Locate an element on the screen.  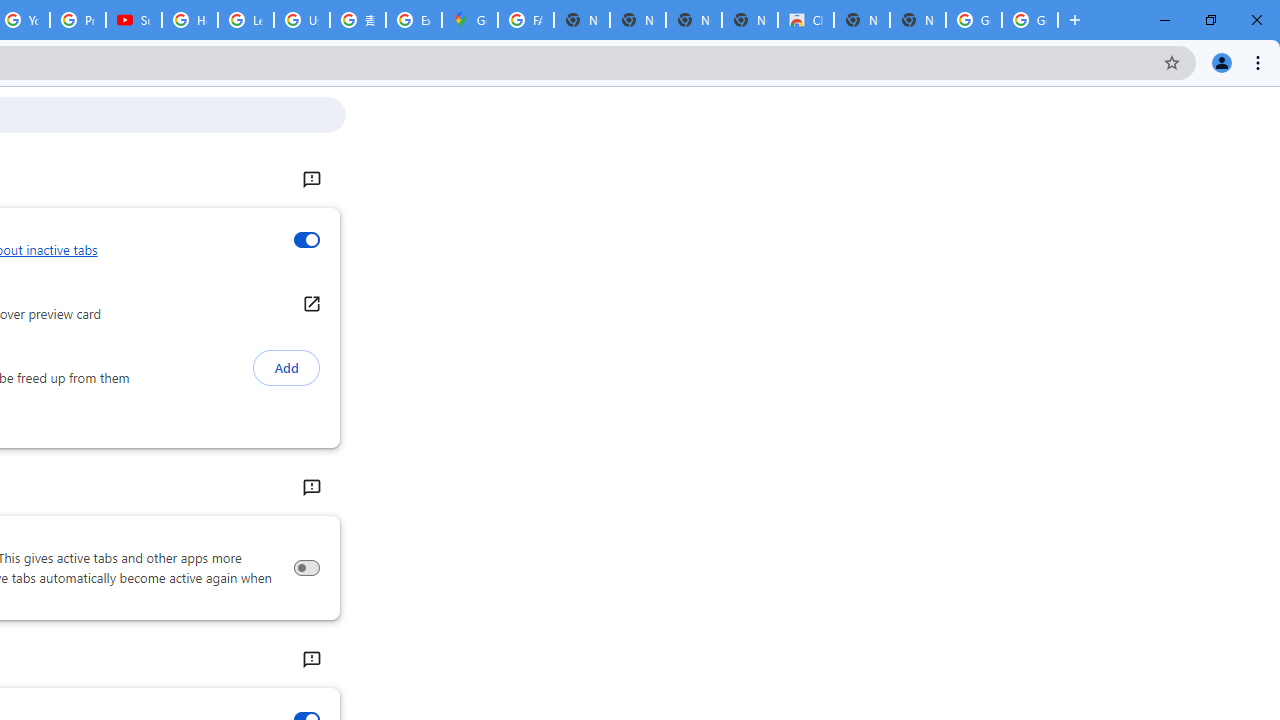
'Google Maps' is located at coordinates (468, 20).